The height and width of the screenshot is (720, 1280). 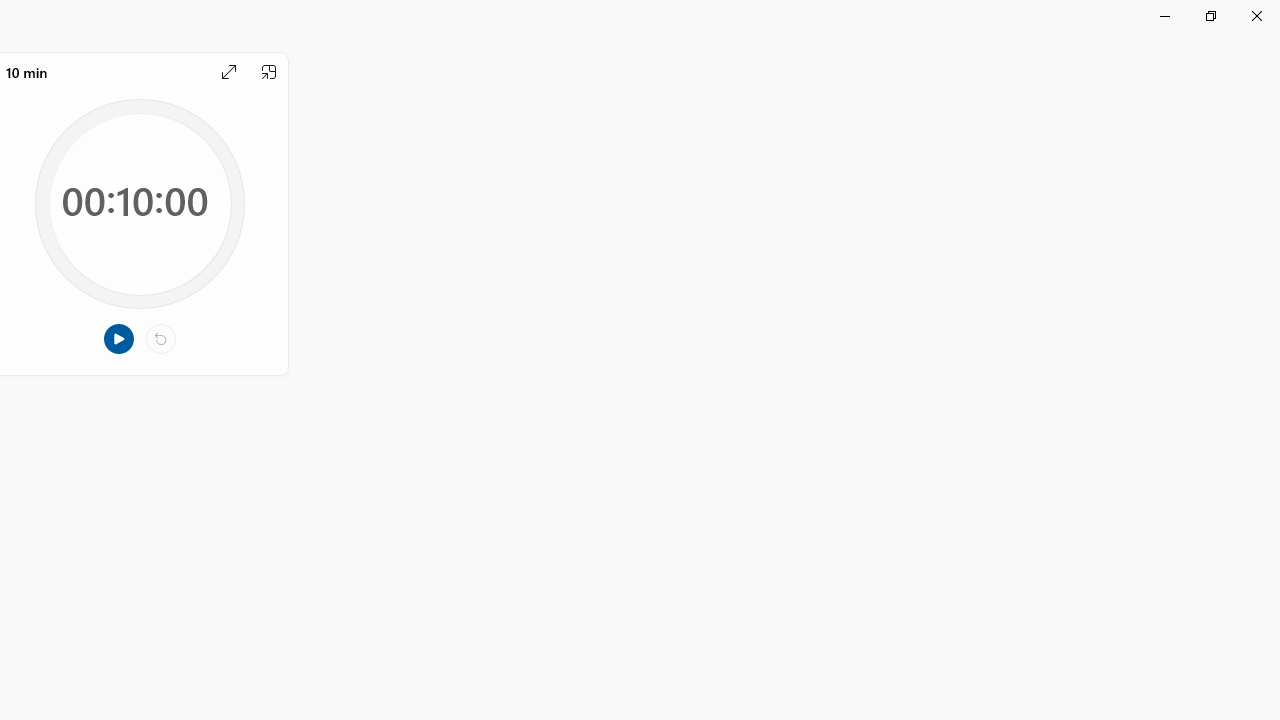 I want to click on 'Expand', so click(x=228, y=71).